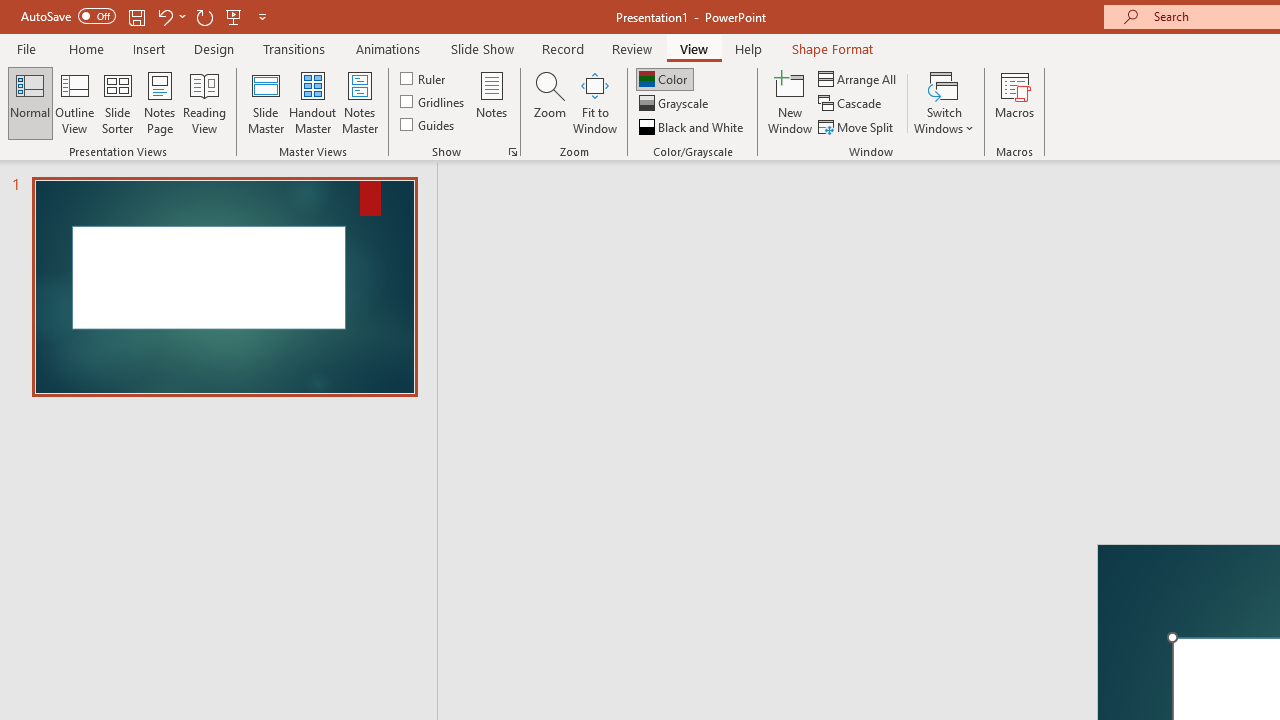 The height and width of the screenshot is (720, 1280). Describe the element at coordinates (492, 103) in the screenshot. I see `'Notes'` at that location.